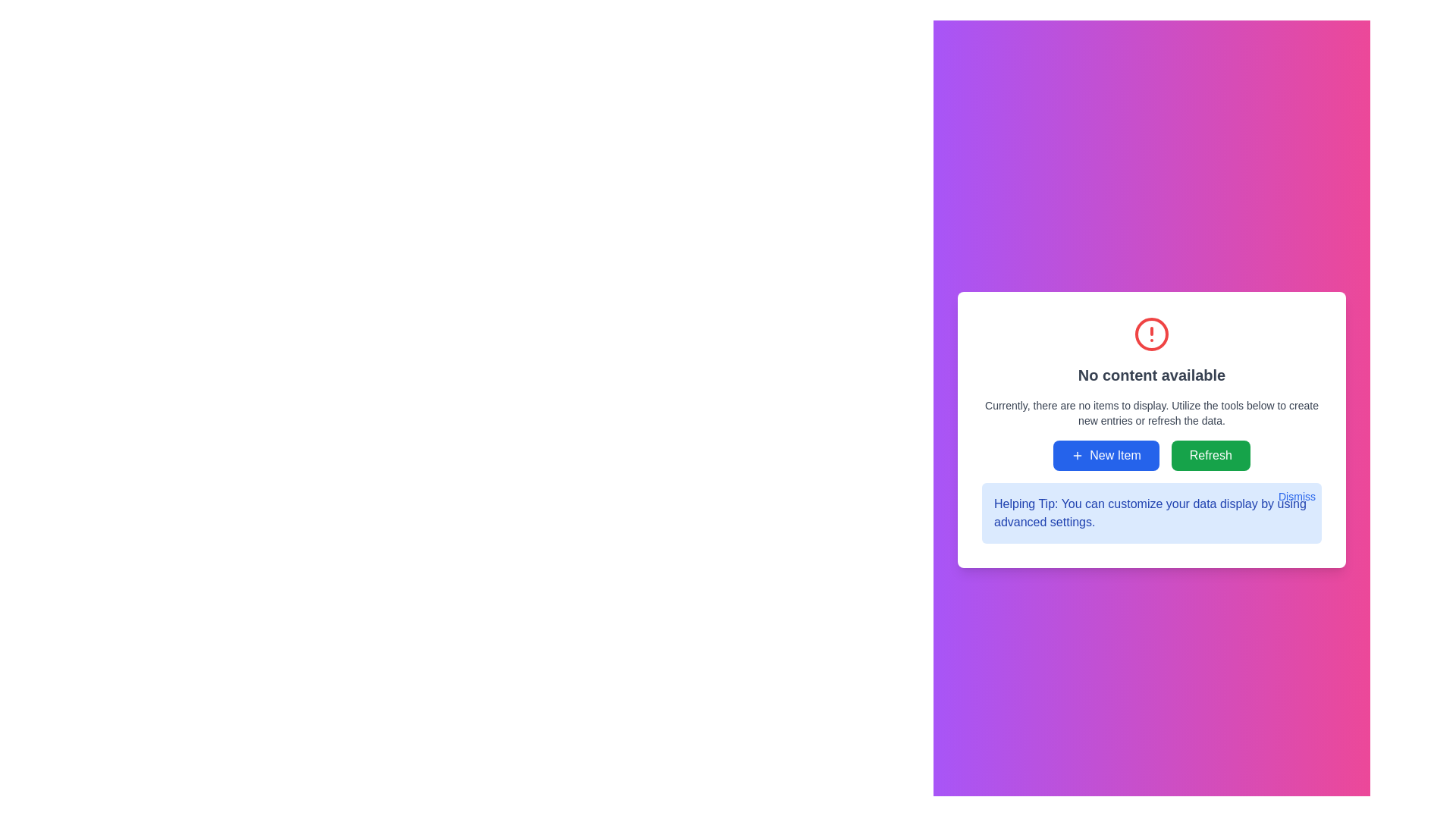  Describe the element at coordinates (1077, 455) in the screenshot. I see `the graphical representation of the plus sign icon located to the left of the 'New Item' text within the blue button at the bottom of the 'No content available' message card` at that location.